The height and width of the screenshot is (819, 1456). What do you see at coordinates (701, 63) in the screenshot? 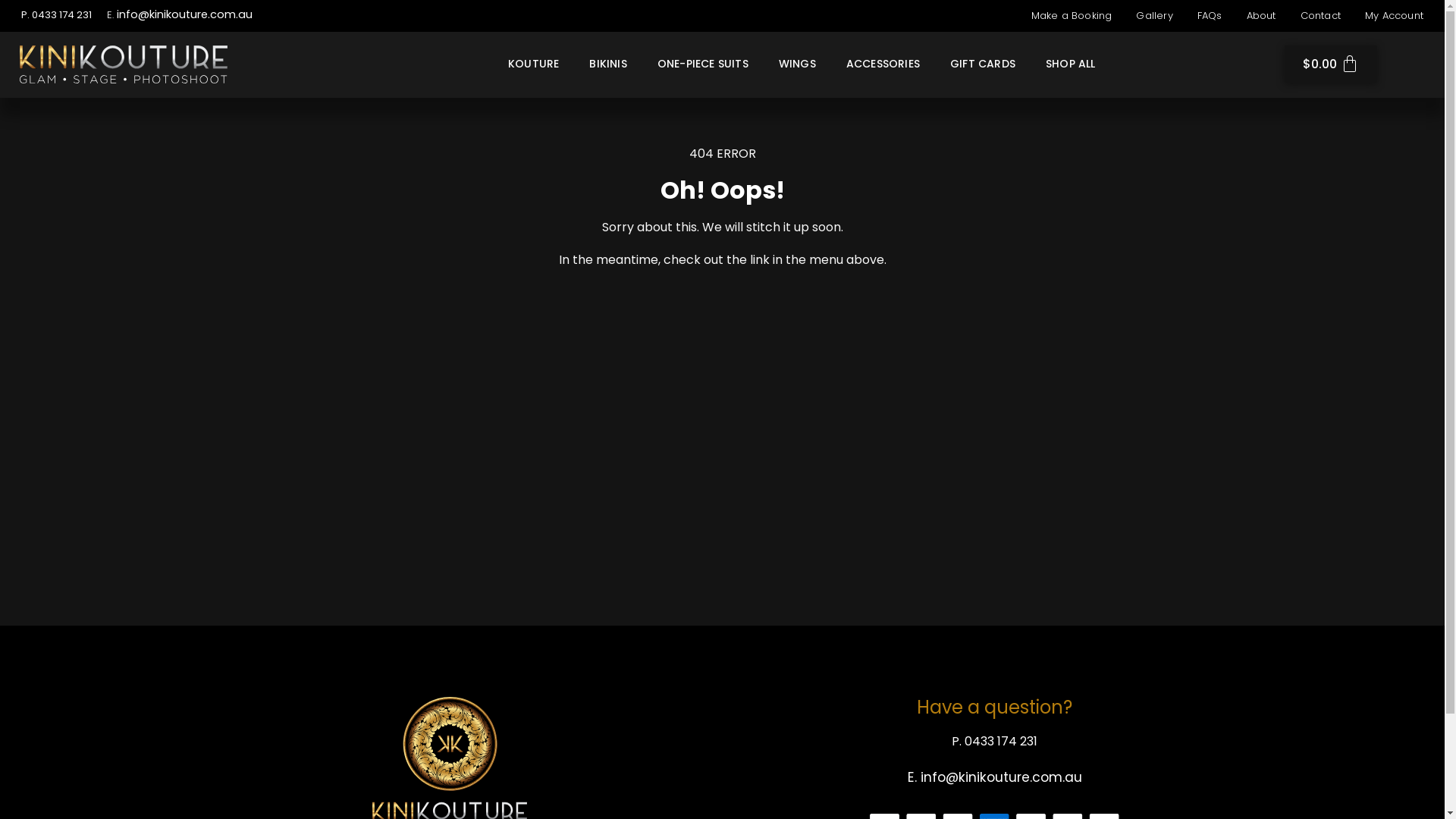
I see `'ONE-PIECE SUITS'` at bounding box center [701, 63].